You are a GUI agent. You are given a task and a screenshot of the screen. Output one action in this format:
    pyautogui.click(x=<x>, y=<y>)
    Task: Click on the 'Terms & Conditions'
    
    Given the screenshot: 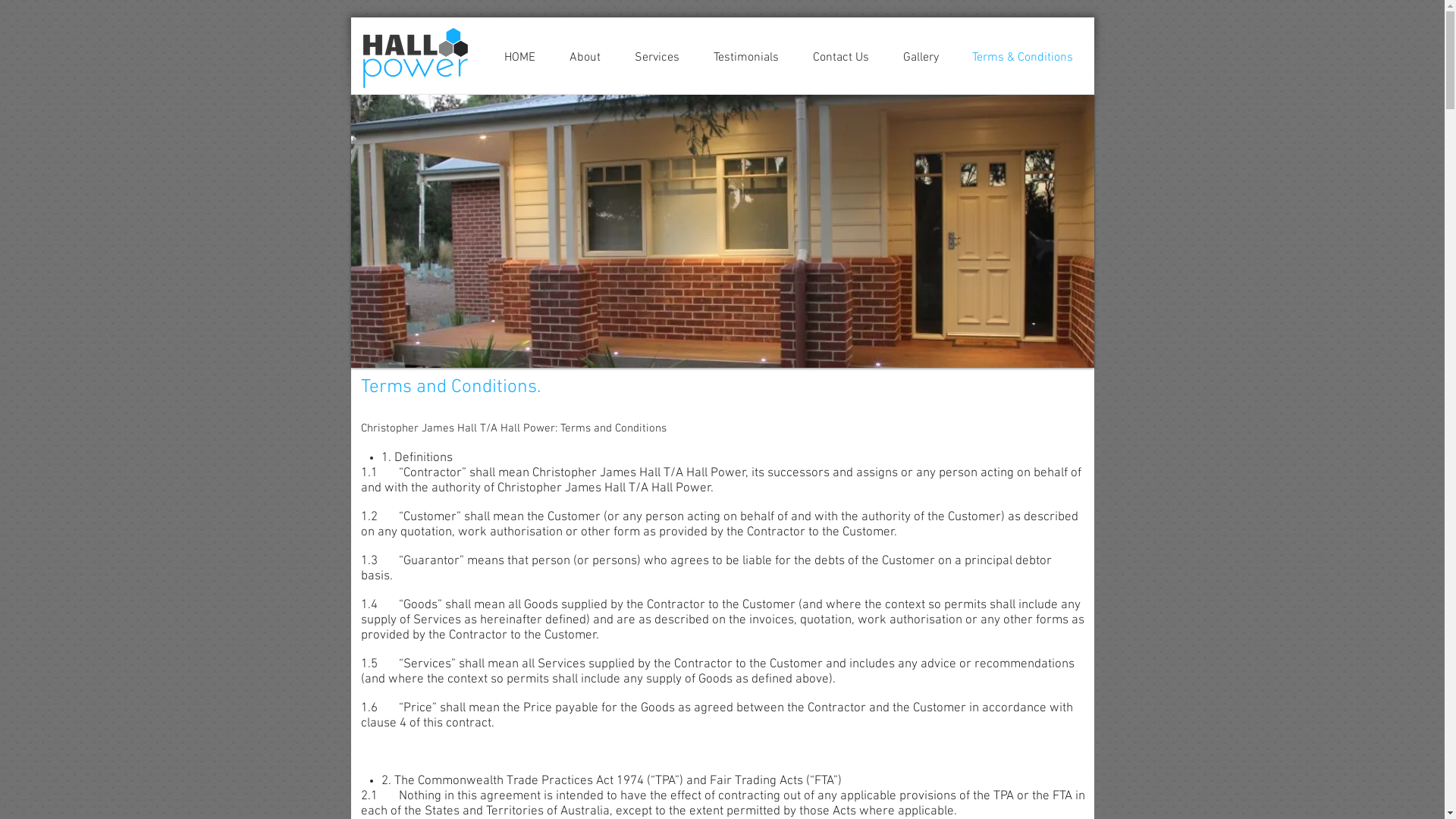 What is the action you would take?
    pyautogui.click(x=1022, y=57)
    